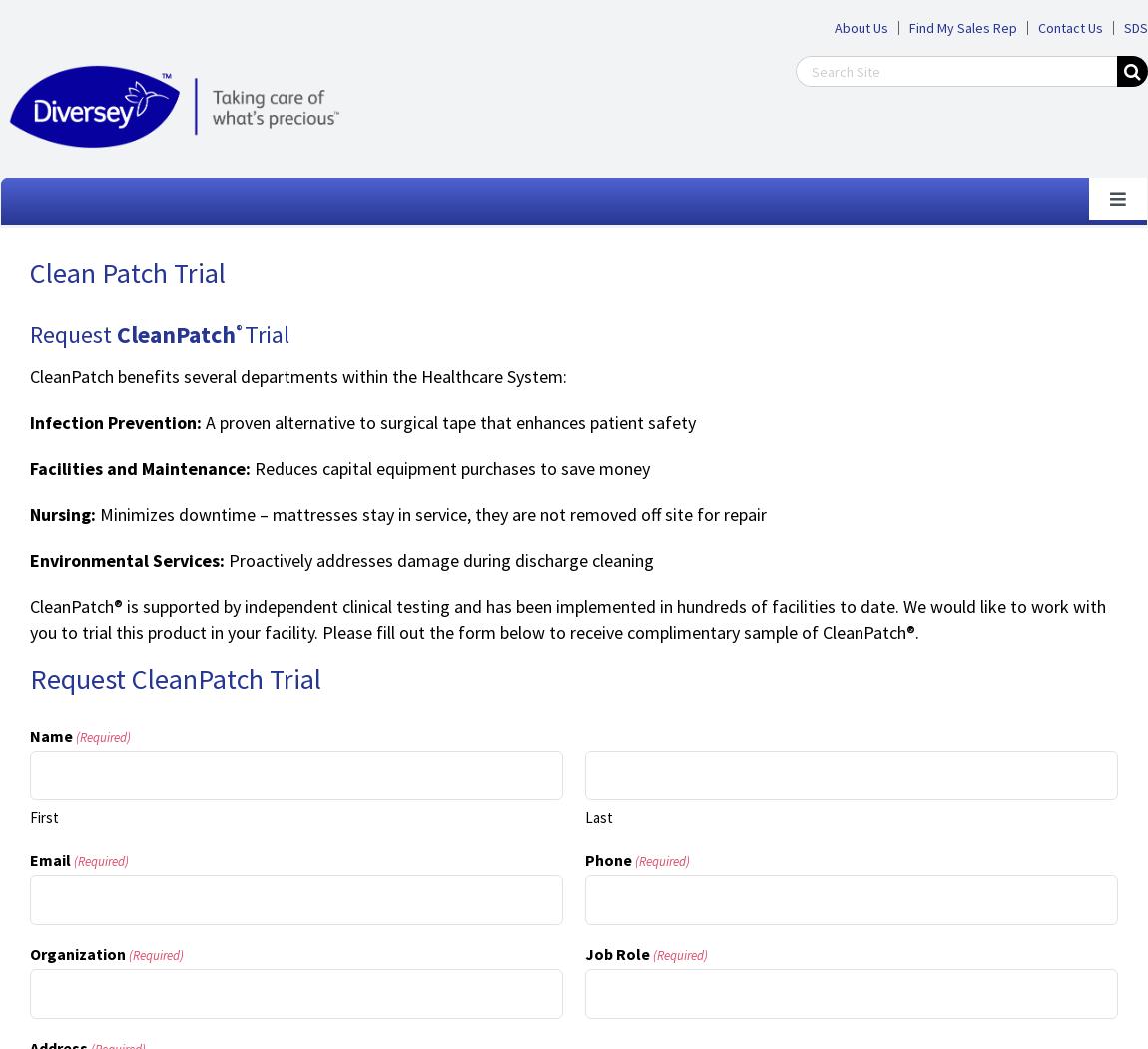 Image resolution: width=1148 pixels, height=1049 pixels. What do you see at coordinates (834, 27) in the screenshot?
I see `'About Us'` at bounding box center [834, 27].